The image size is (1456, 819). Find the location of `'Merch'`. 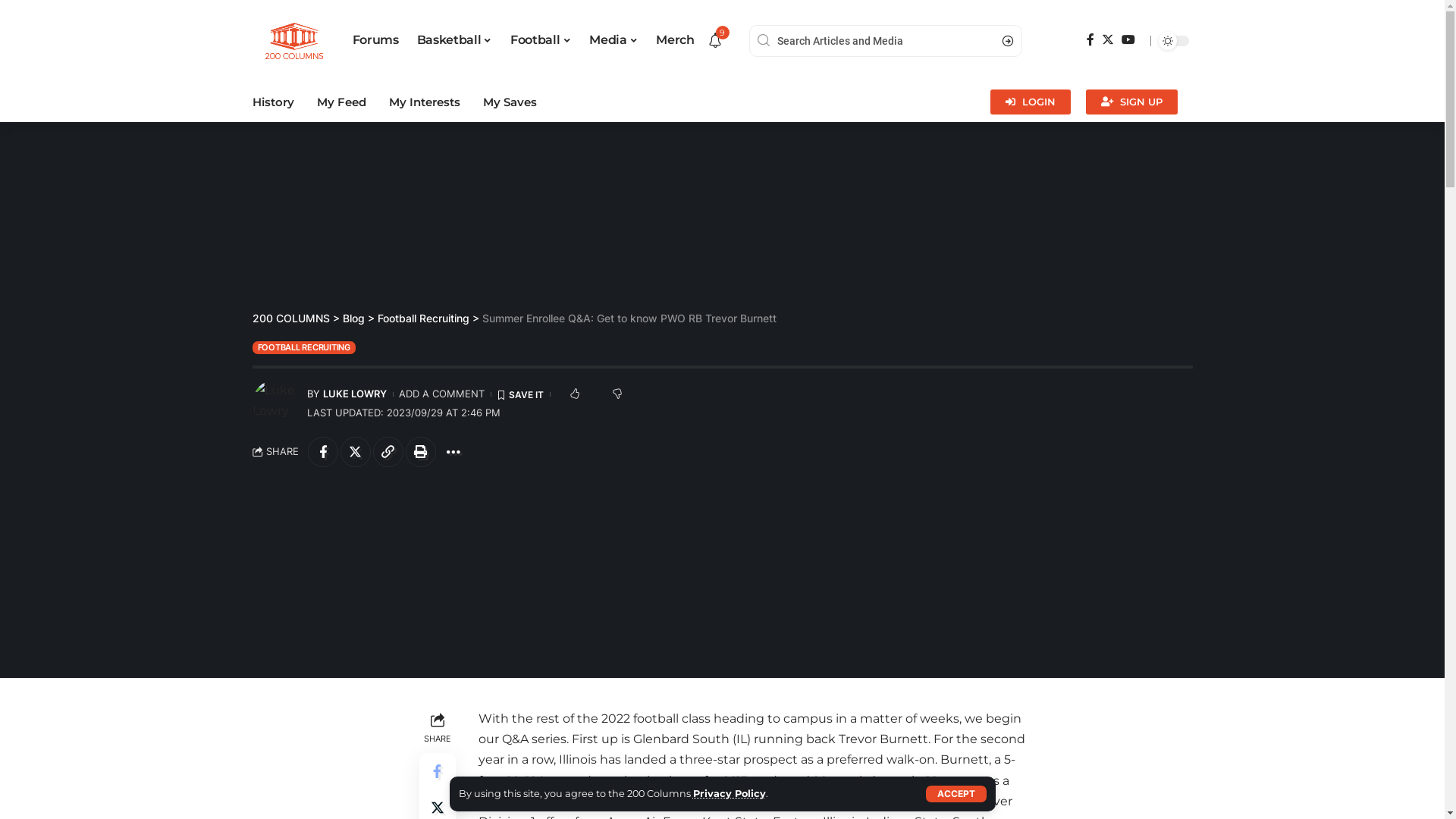

'Merch' is located at coordinates (673, 40).